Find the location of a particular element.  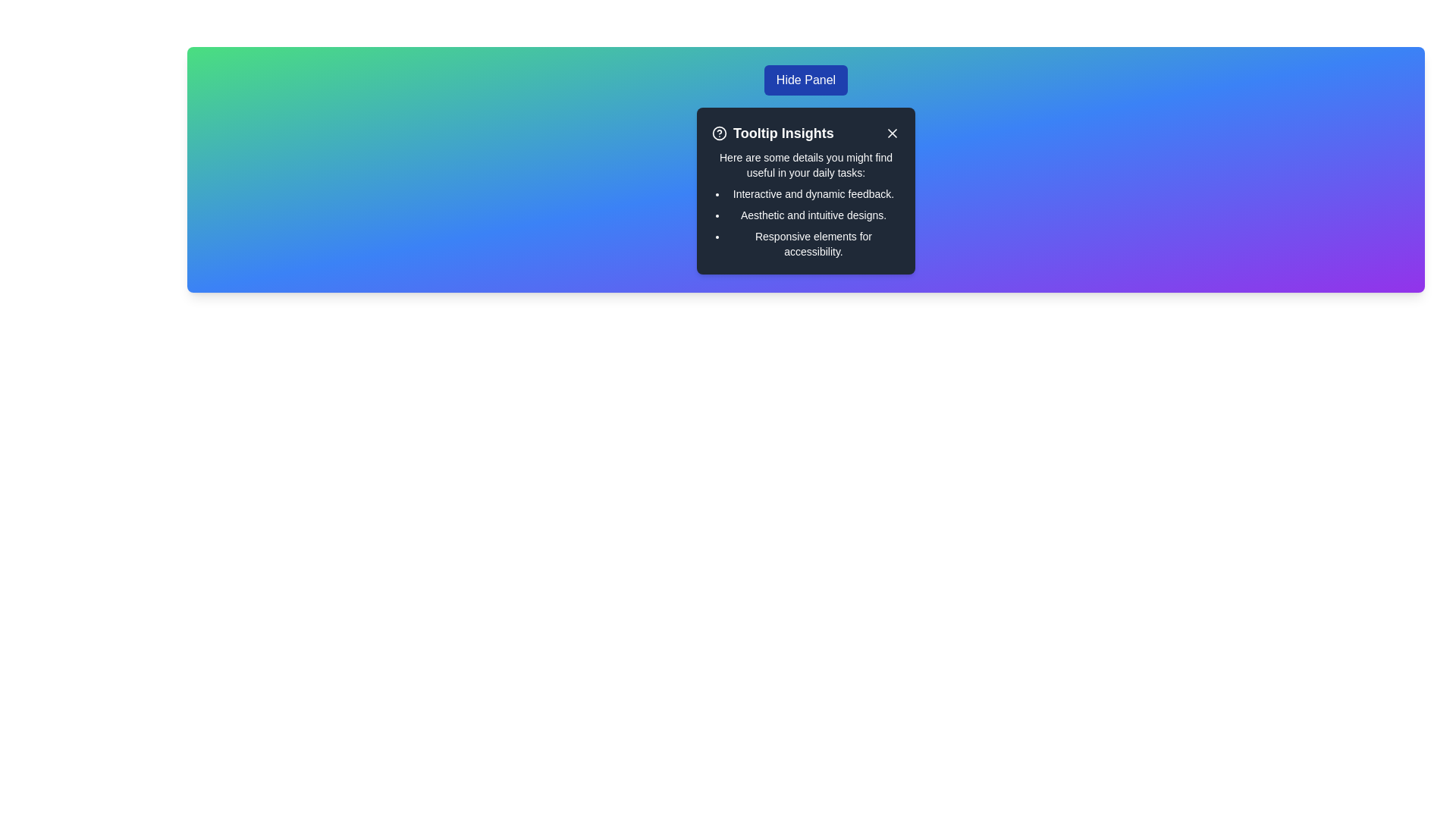

the close icon located at the top-right corner of the 'Tooltip Insights' tooltip is located at coordinates (892, 133).